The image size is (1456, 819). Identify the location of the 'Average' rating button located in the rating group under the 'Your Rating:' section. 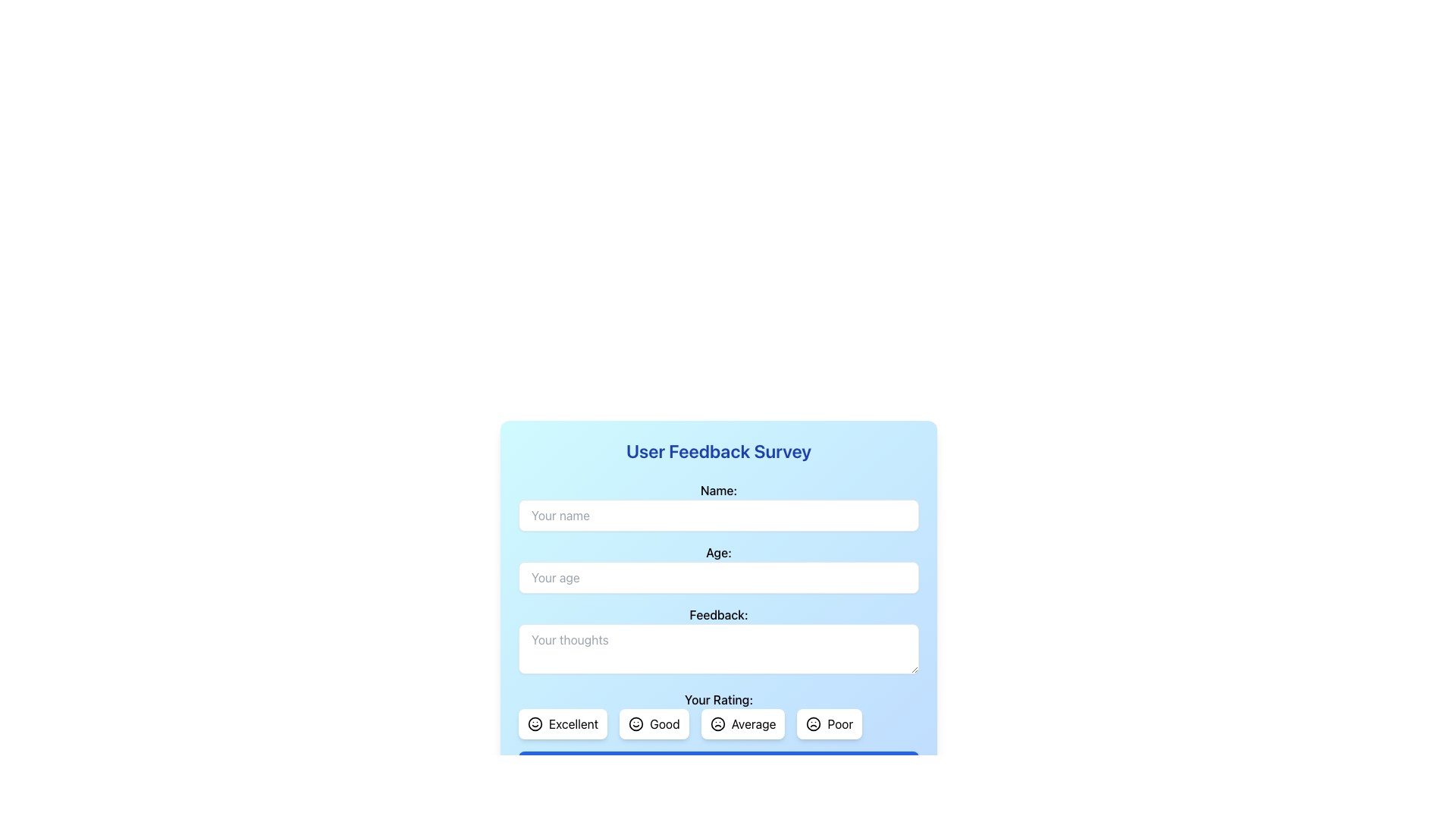
(718, 723).